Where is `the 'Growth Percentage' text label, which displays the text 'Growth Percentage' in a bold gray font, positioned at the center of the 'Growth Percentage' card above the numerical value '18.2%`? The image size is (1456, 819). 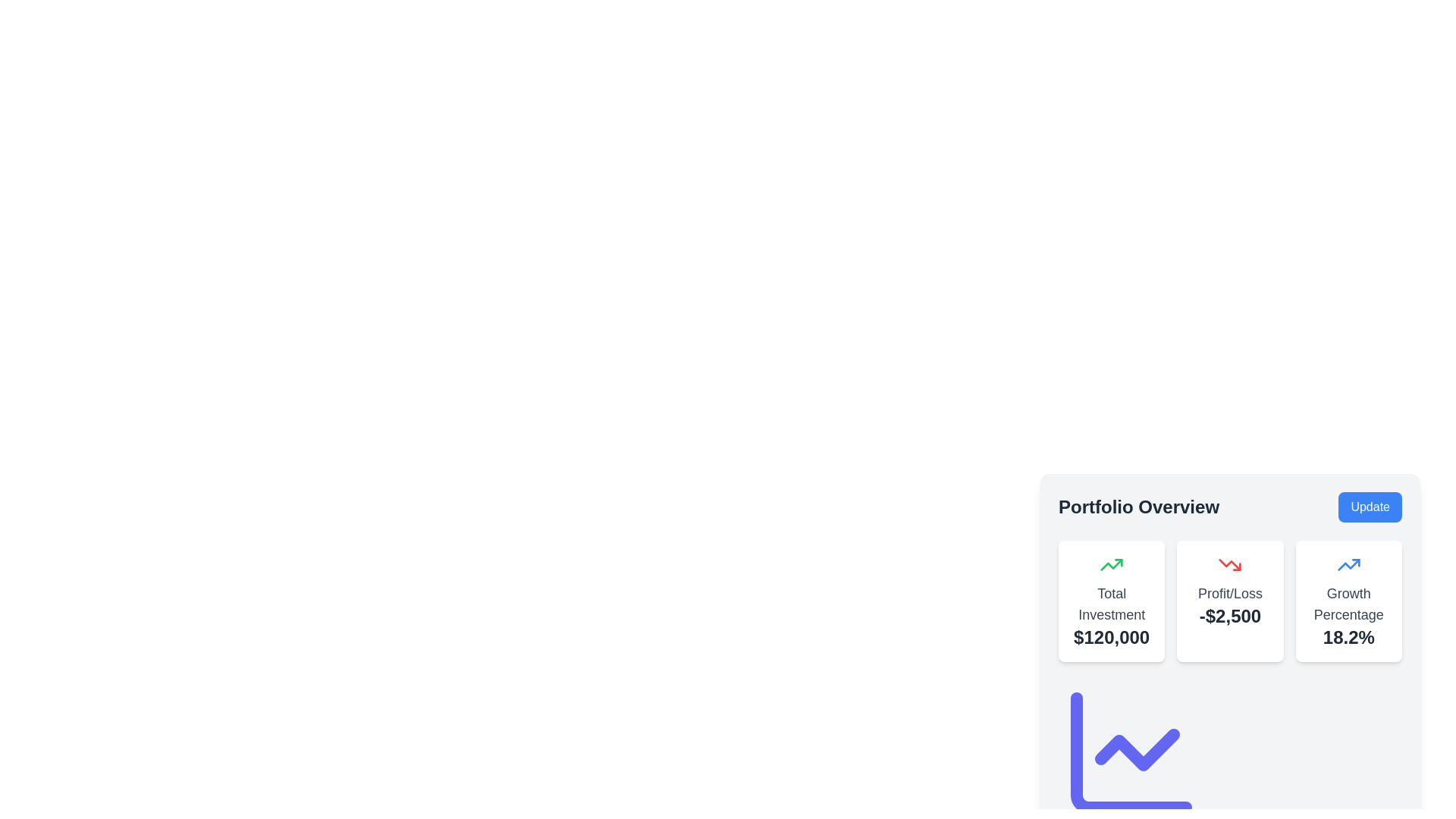
the 'Growth Percentage' text label, which displays the text 'Growth Percentage' in a bold gray font, positioned at the center of the 'Growth Percentage' card above the numerical value '18.2% is located at coordinates (1348, 604).